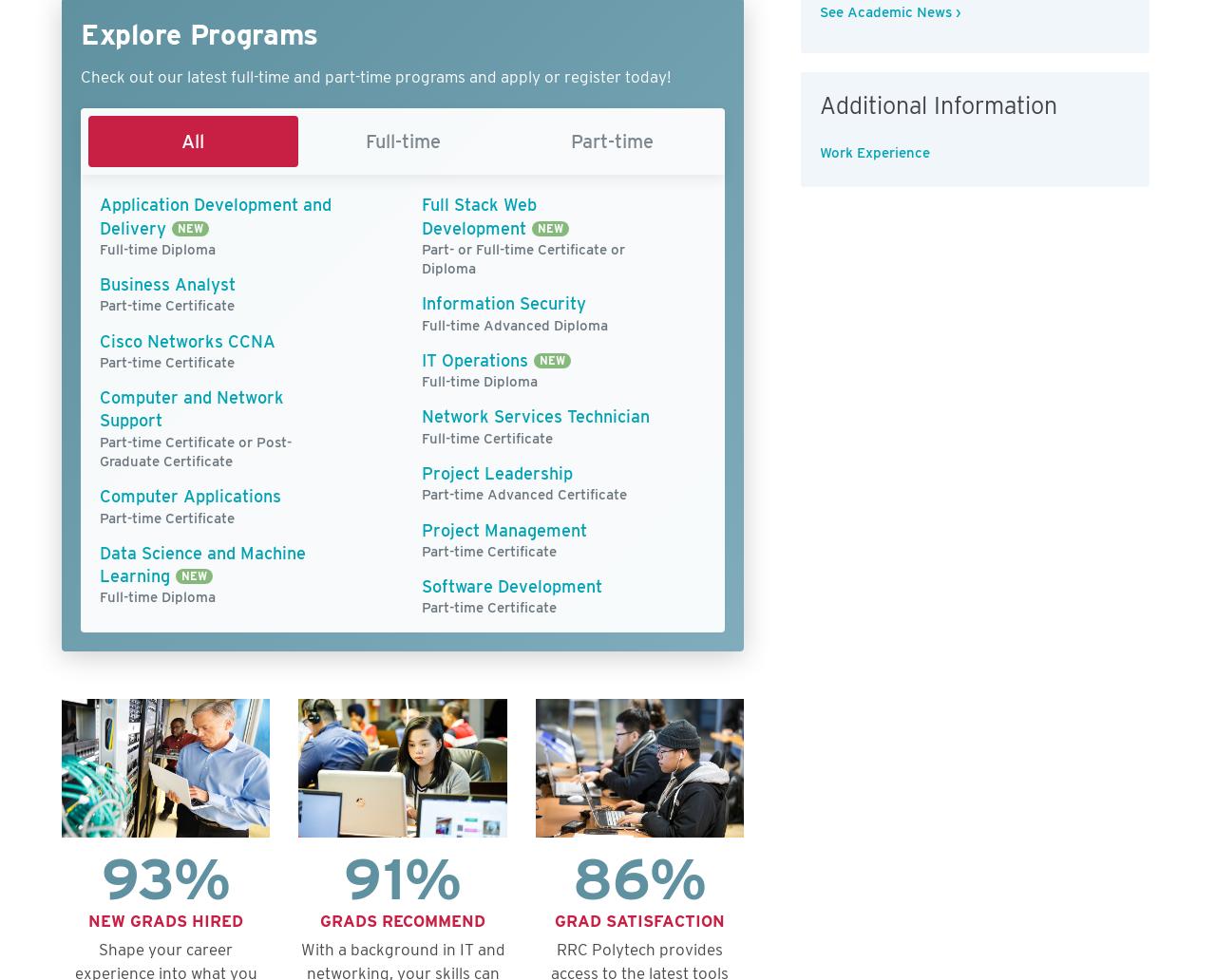 This screenshot has width=1216, height=980. I want to click on 'Data Science and Machine Learning', so click(202, 564).